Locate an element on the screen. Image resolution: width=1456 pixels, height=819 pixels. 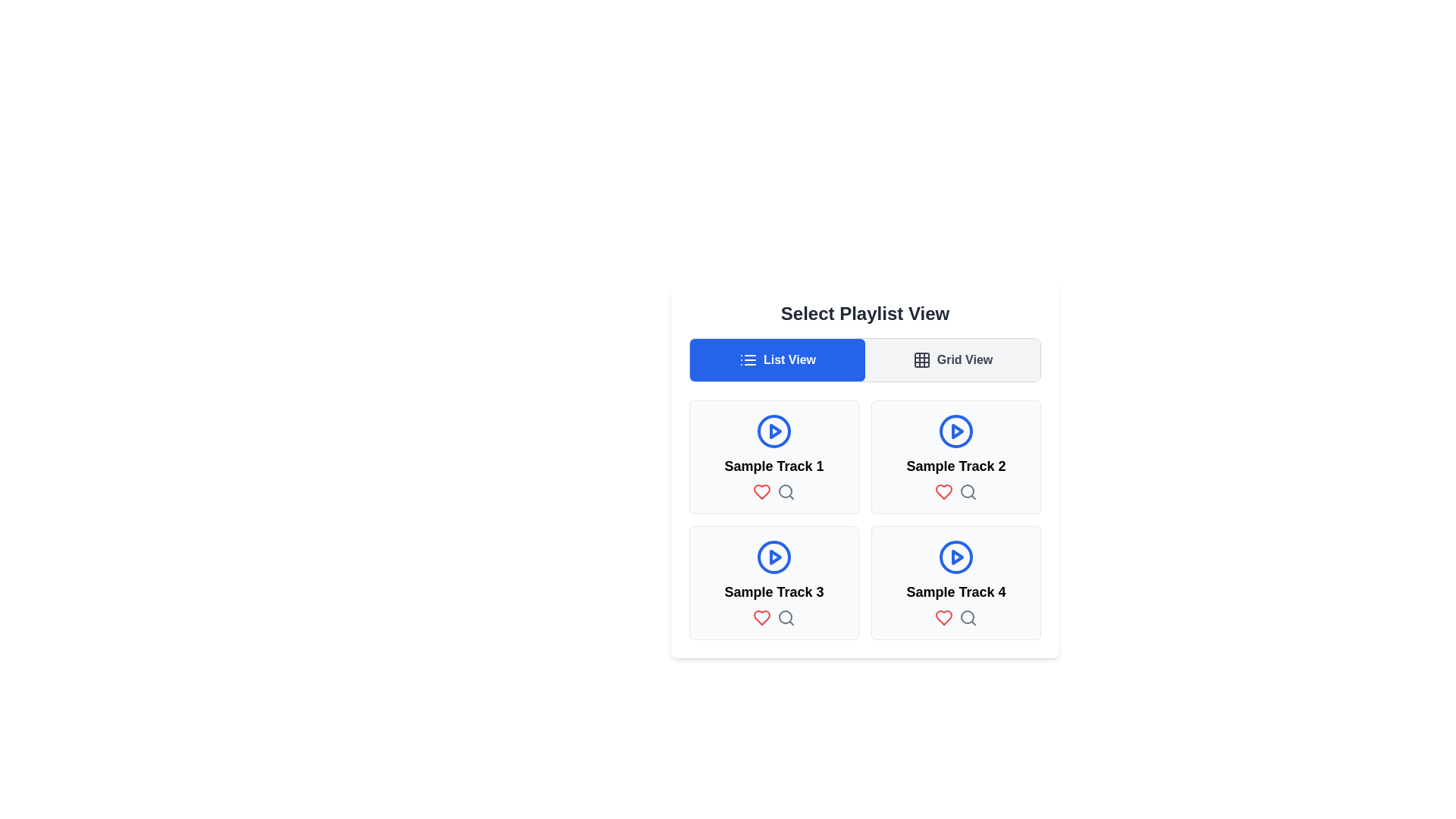
the blue triangular play icon within the circular outline located in the lower-right region of the fourth item in the grid view to initiate playback of the associated content is located at coordinates (956, 557).